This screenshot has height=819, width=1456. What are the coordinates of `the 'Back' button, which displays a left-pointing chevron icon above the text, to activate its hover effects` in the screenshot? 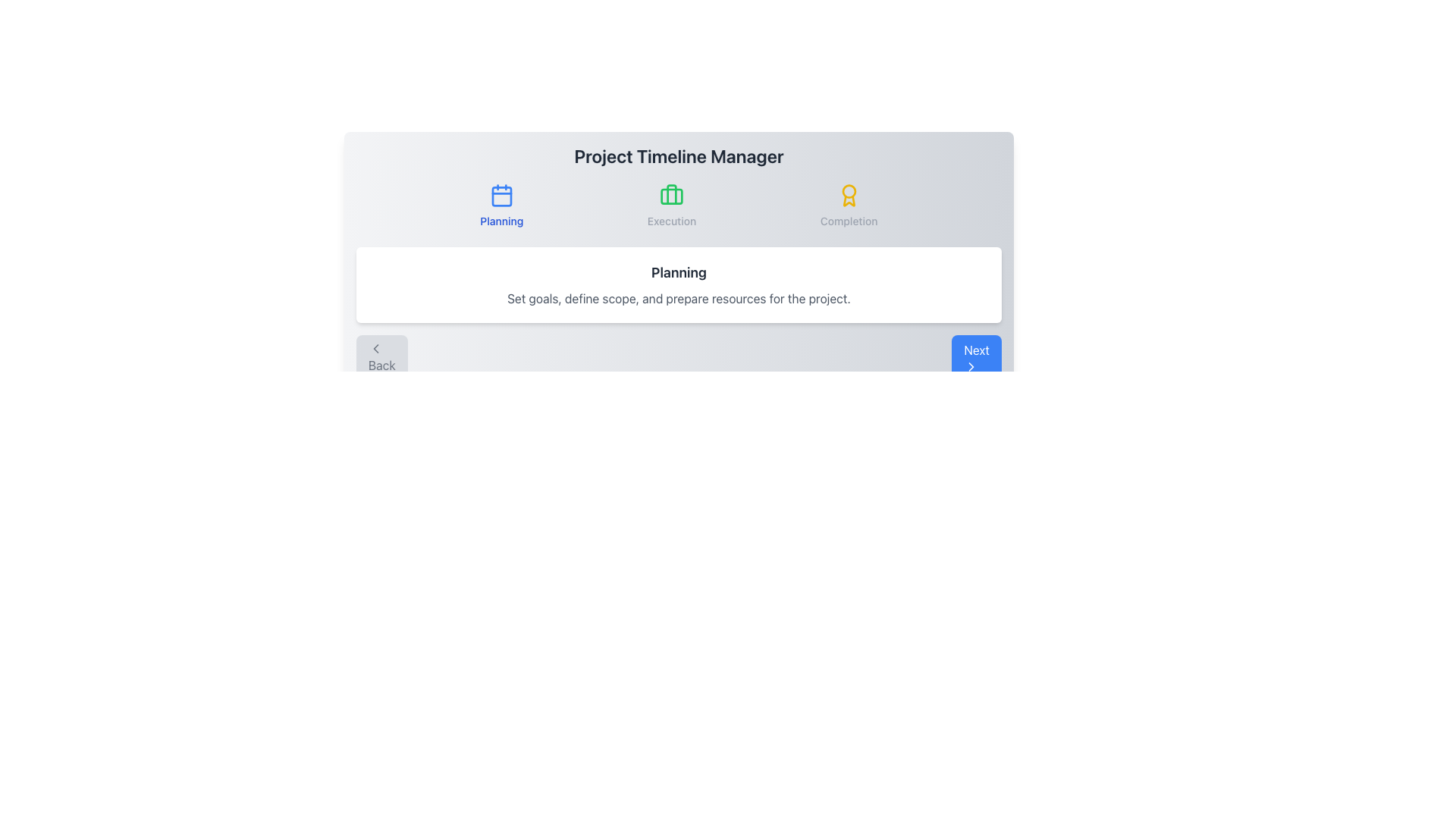 It's located at (381, 357).